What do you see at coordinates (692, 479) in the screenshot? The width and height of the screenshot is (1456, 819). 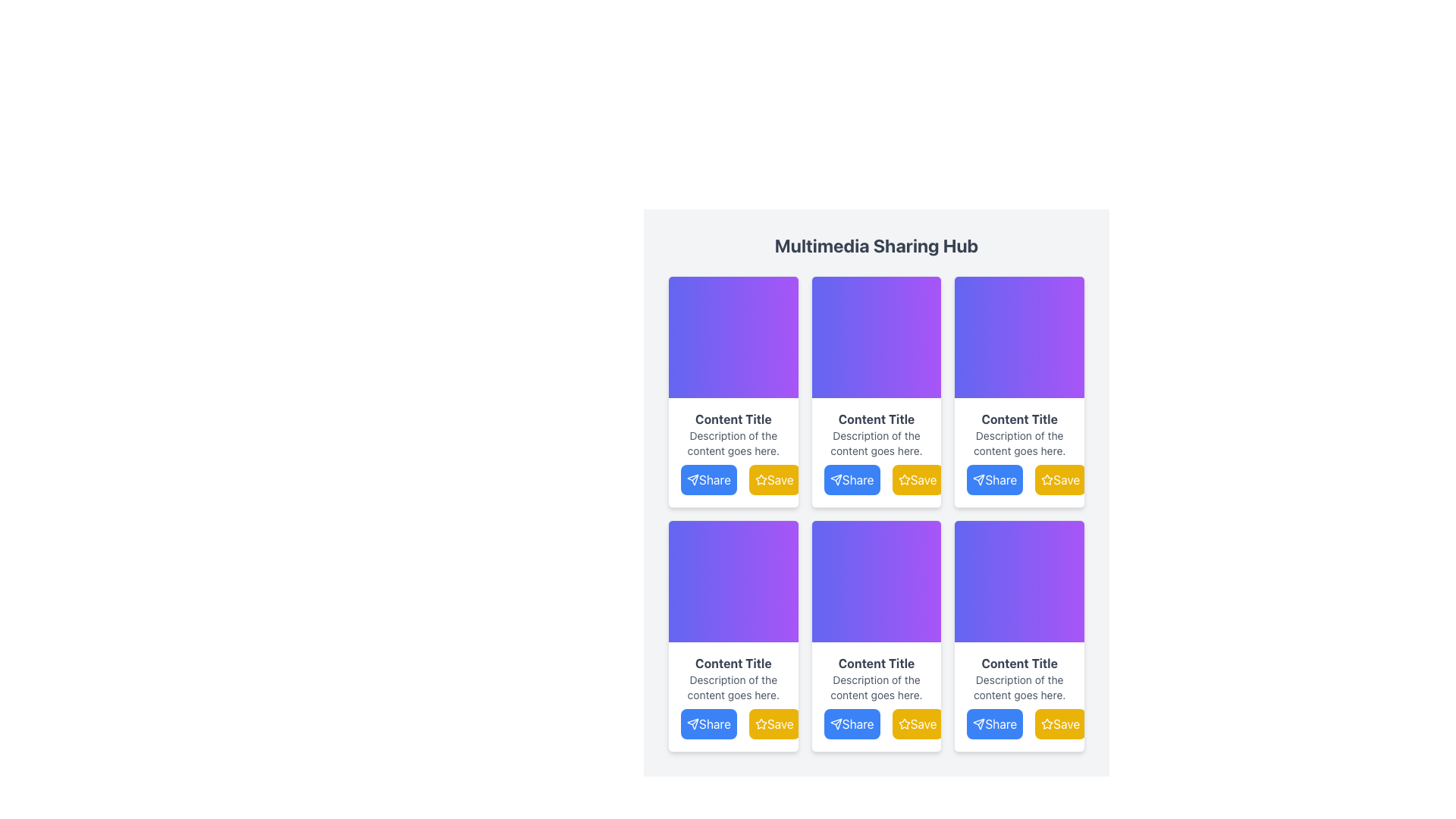 I see `the share button located at the bottom-left corner of the third card in the top row of the multi-card grid to initiate sharing` at bounding box center [692, 479].